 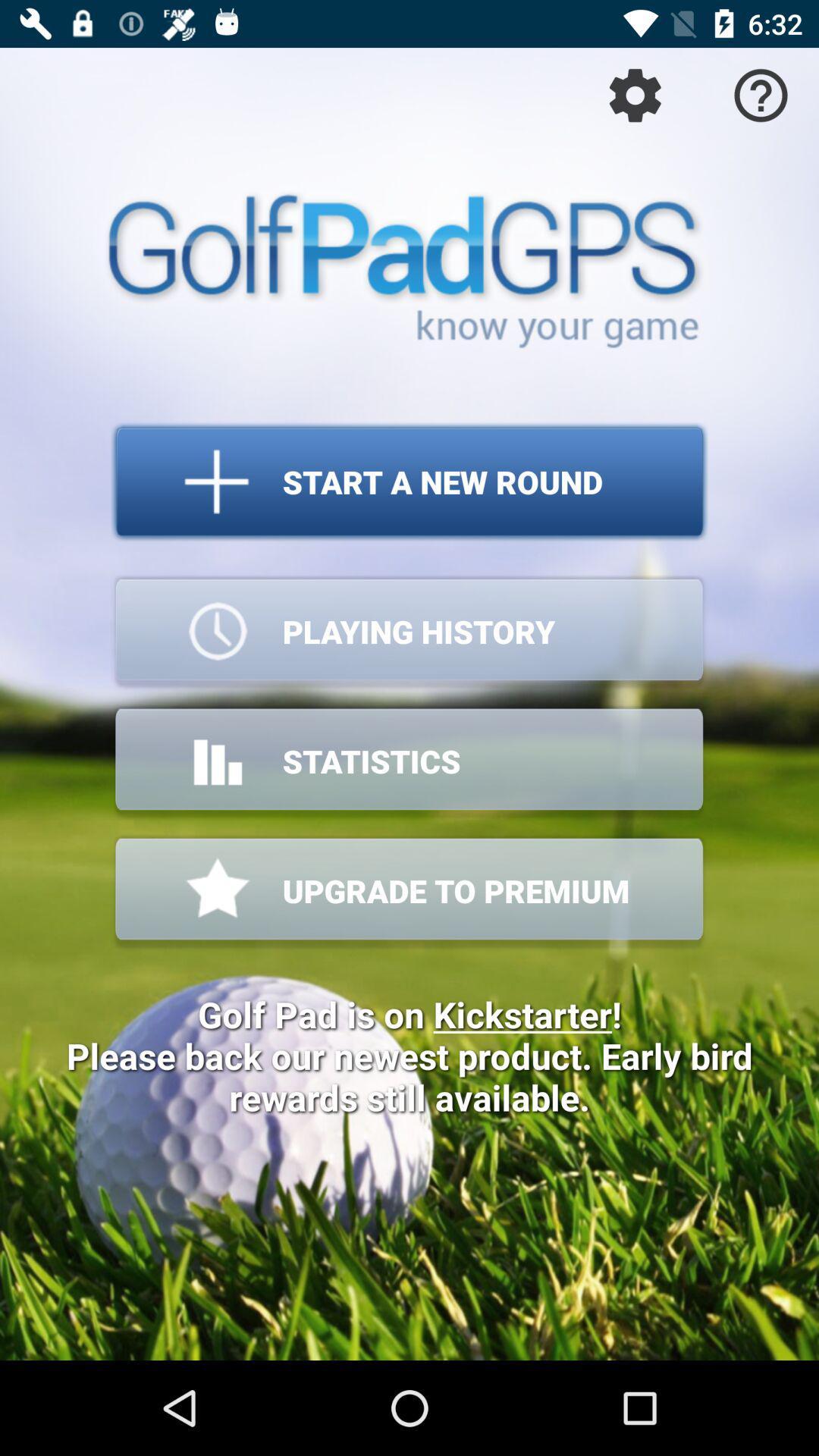 I want to click on search for help, so click(x=761, y=94).